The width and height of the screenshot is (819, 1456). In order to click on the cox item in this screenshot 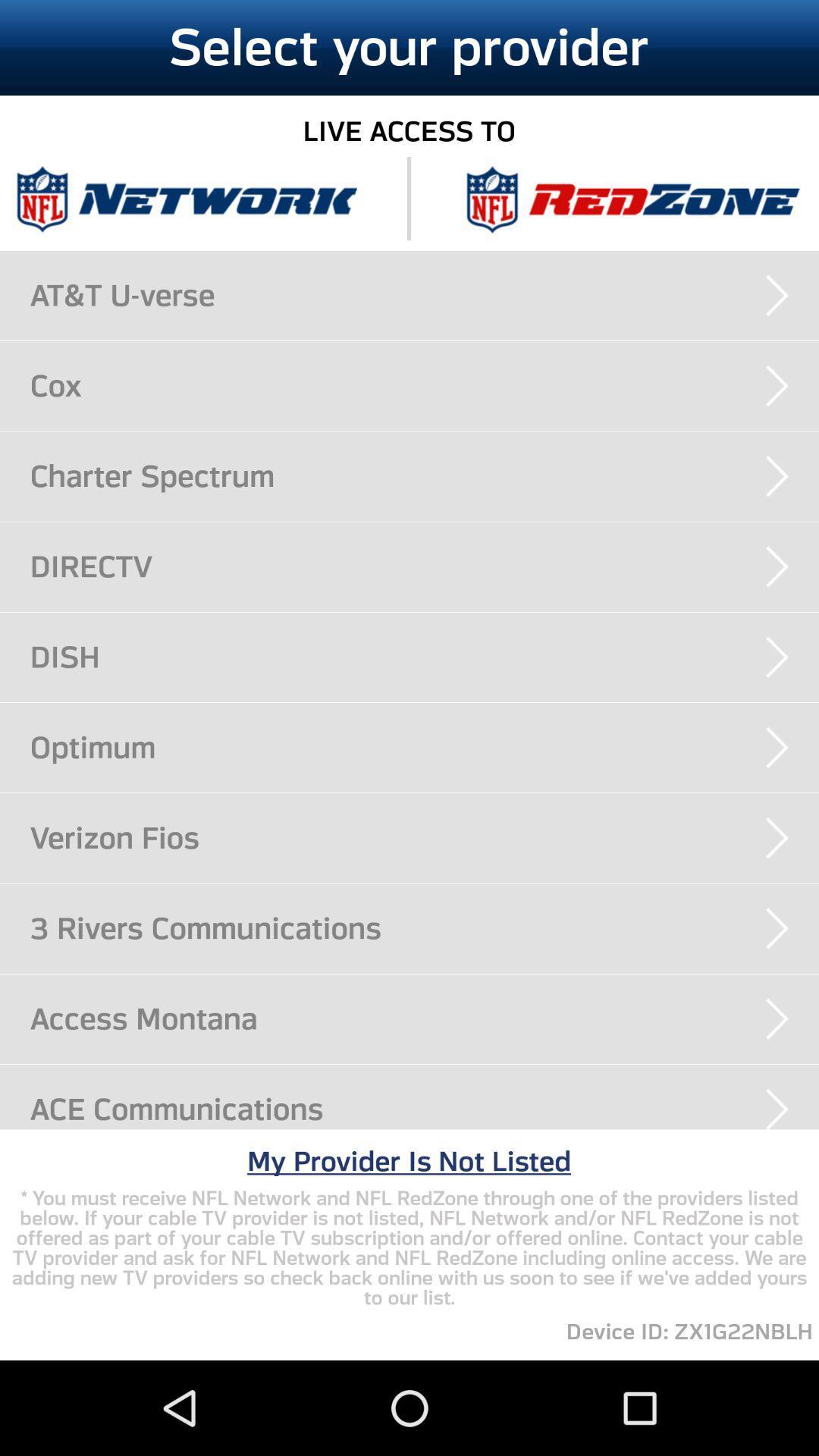, I will do `click(424, 385)`.